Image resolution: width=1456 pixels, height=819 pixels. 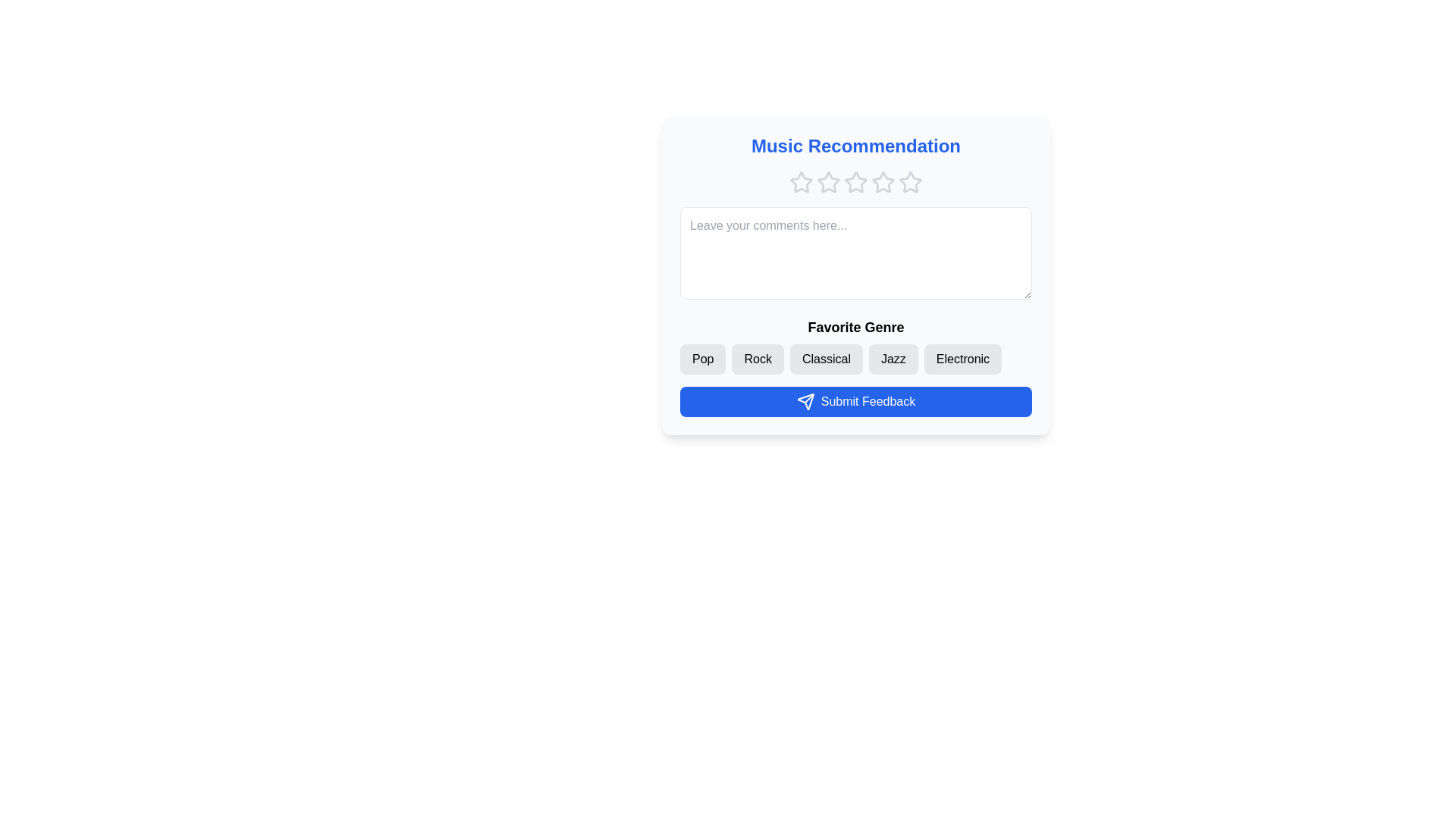 What do you see at coordinates (893, 359) in the screenshot?
I see `the 'Jazz' button, which is a light gray rectangular button with rounded corners and centered black text` at bounding box center [893, 359].